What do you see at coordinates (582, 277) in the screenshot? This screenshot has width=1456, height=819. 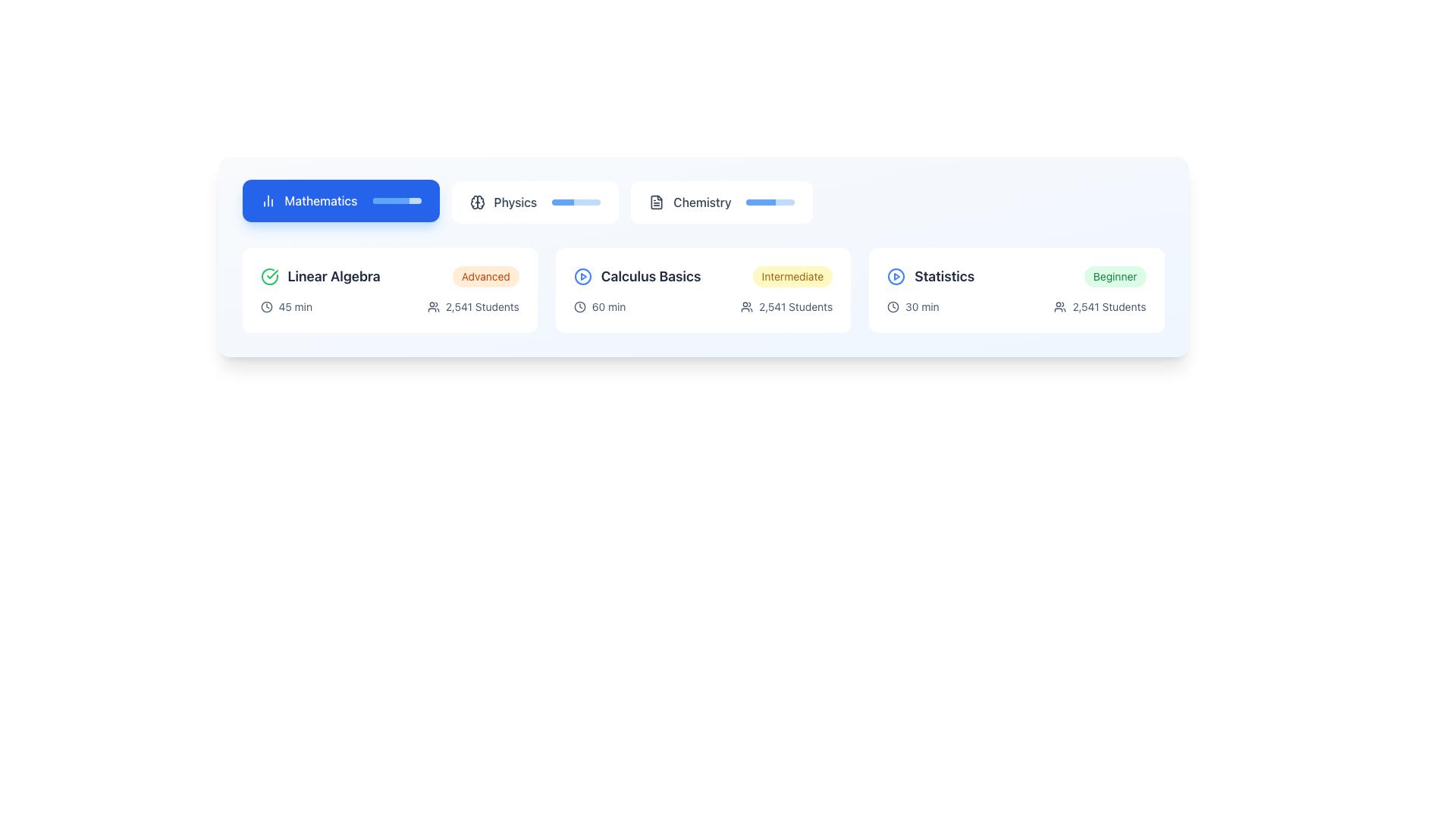 I see `the circular play button icon located to the left of the 'Calculus Basics' text label` at bounding box center [582, 277].